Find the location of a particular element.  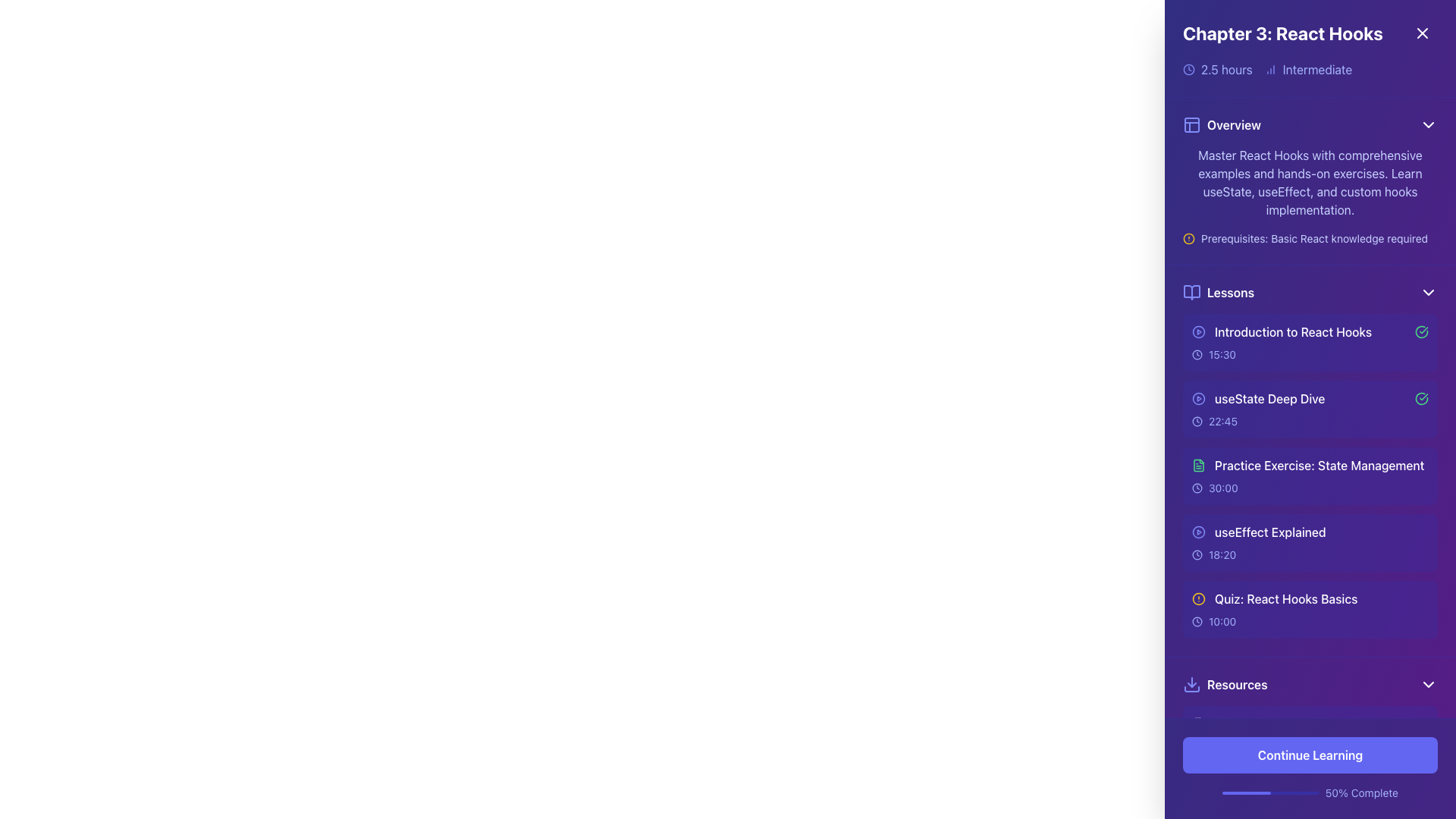

the Text block located directly below the 'Overview' heading is located at coordinates (1310, 195).